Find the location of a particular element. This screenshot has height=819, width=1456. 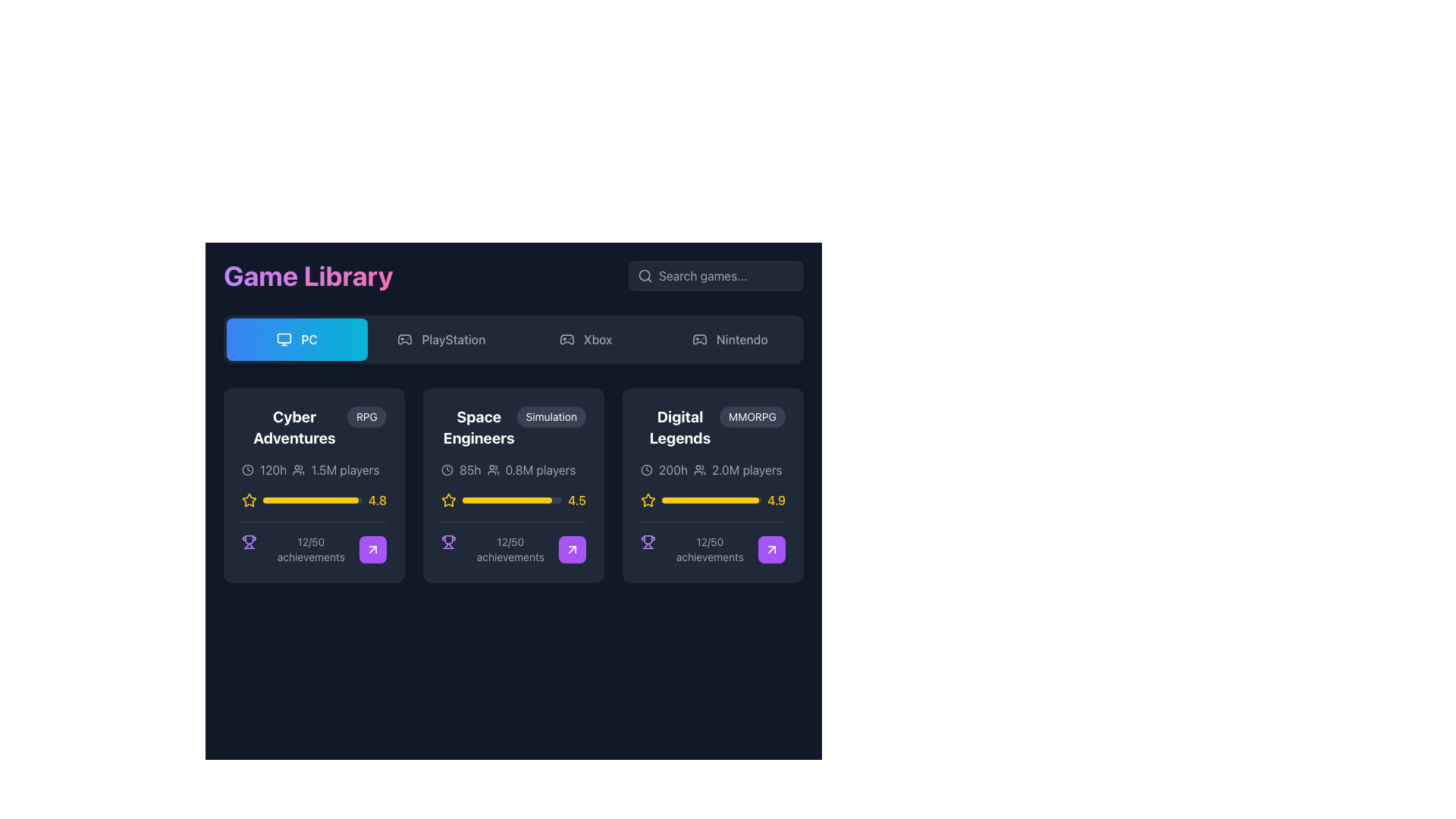

the text label displaying the numeric rating value for the 'Space Engineers' category, located at the bottom-right of the card, just after the yellow progress bar and before the purple button is located at coordinates (576, 500).